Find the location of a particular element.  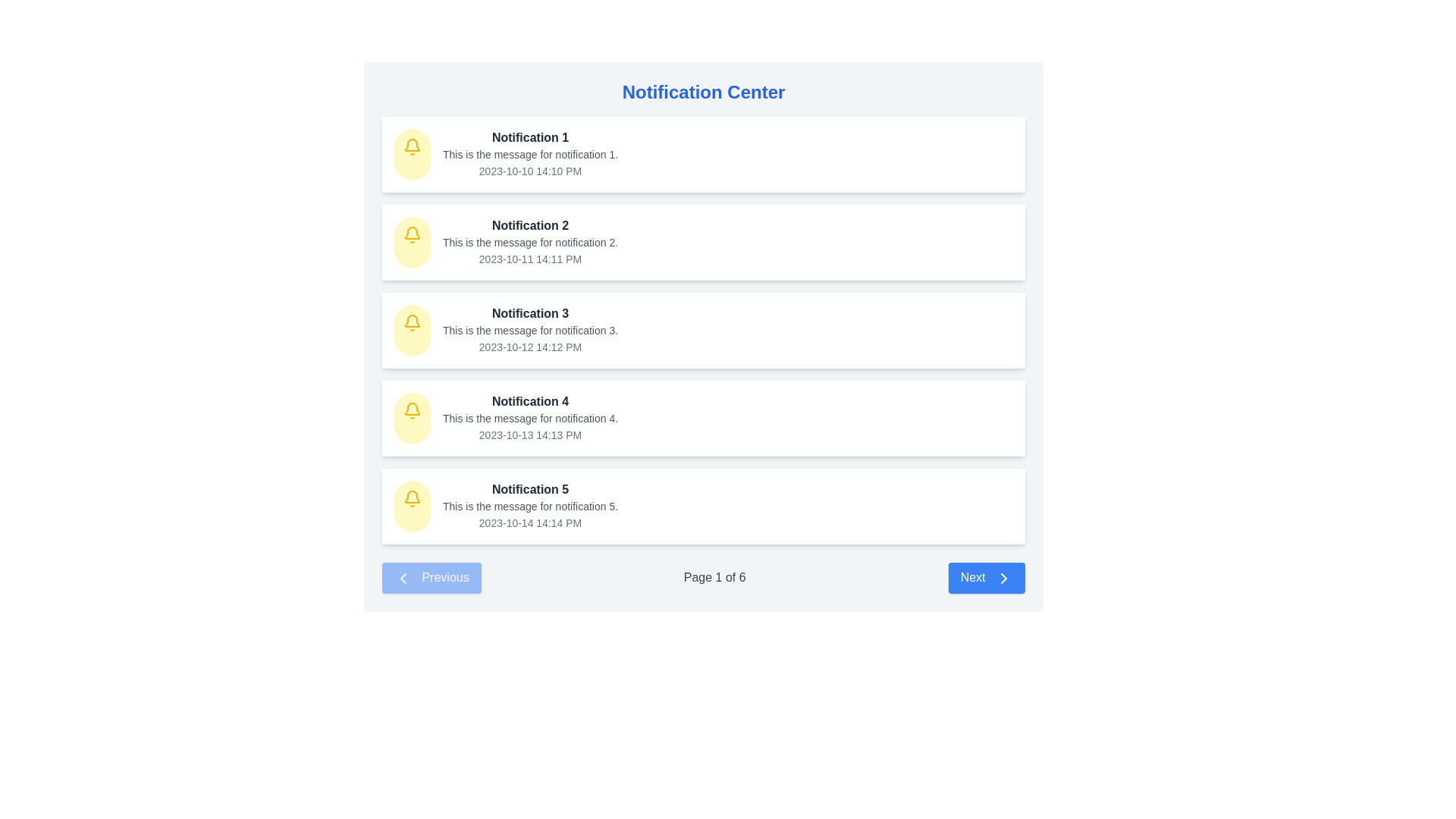

the decorative part of the bell illustration within the third notification's icon in the Notification Center interface is located at coordinates (412, 320).